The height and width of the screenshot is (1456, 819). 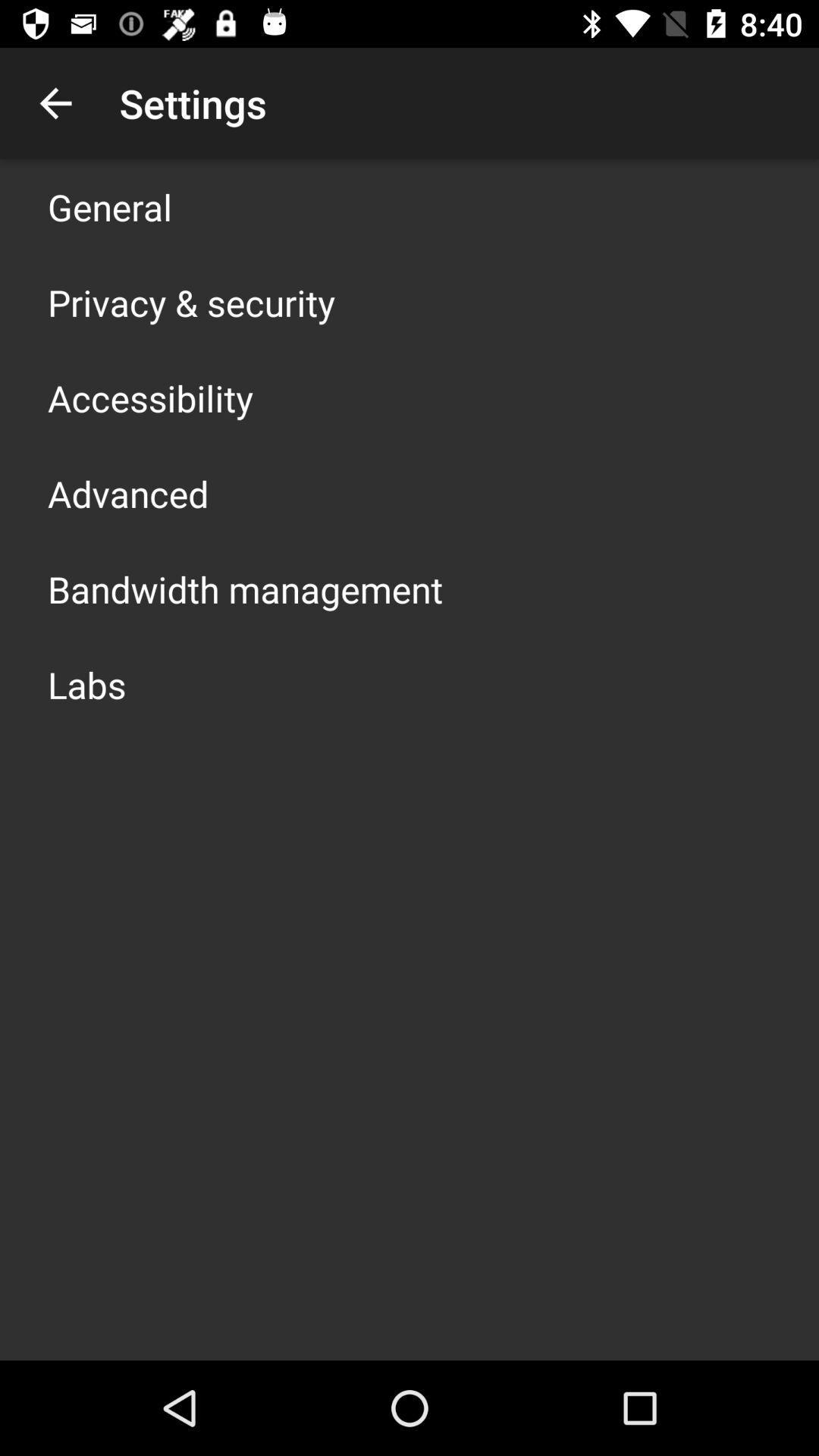 I want to click on item below the bandwidth management icon, so click(x=86, y=683).